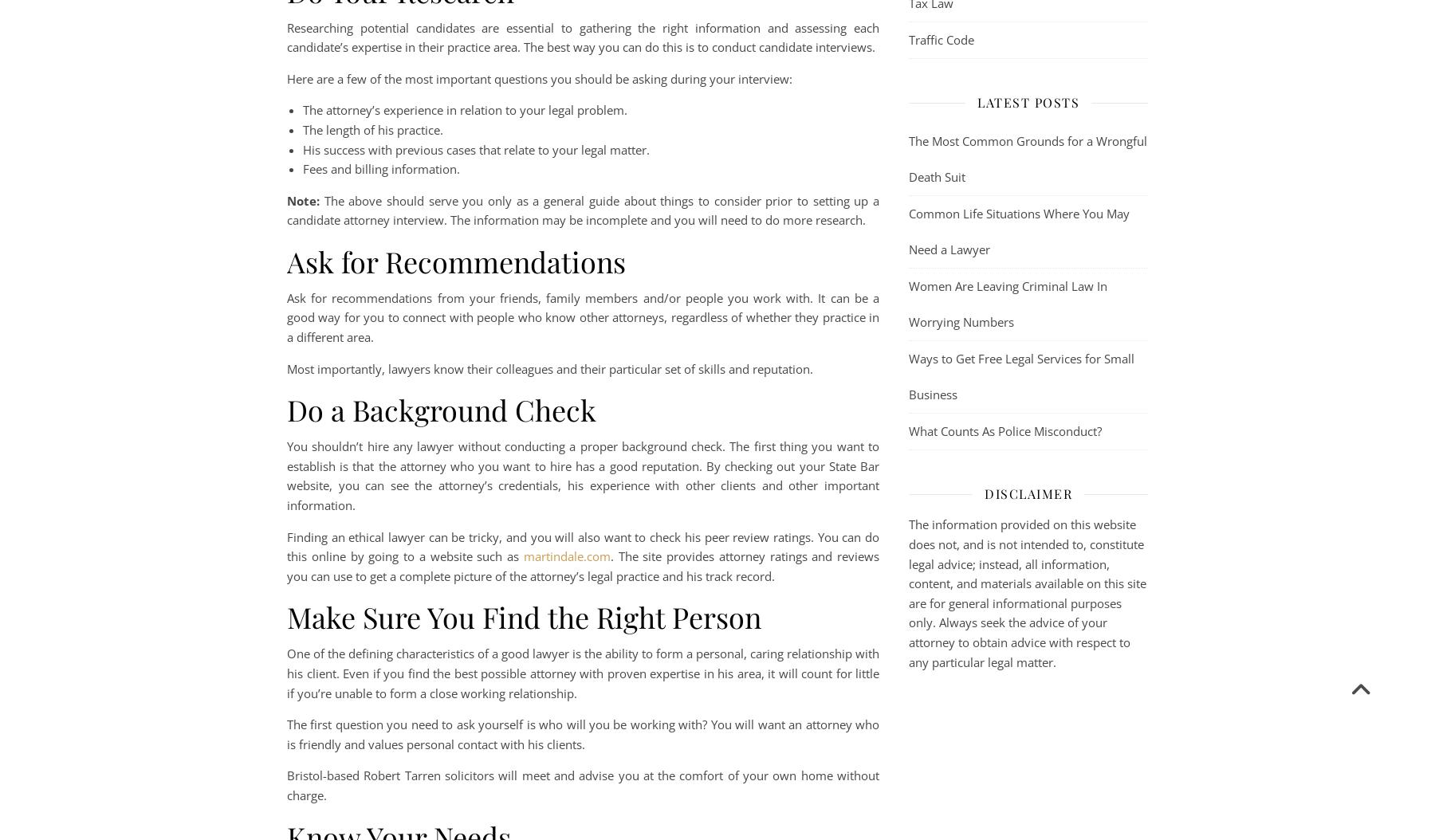 The height and width of the screenshot is (840, 1435). What do you see at coordinates (287, 77) in the screenshot?
I see `'Here are a few of the most important questions you should be asking during your interview:'` at bounding box center [287, 77].